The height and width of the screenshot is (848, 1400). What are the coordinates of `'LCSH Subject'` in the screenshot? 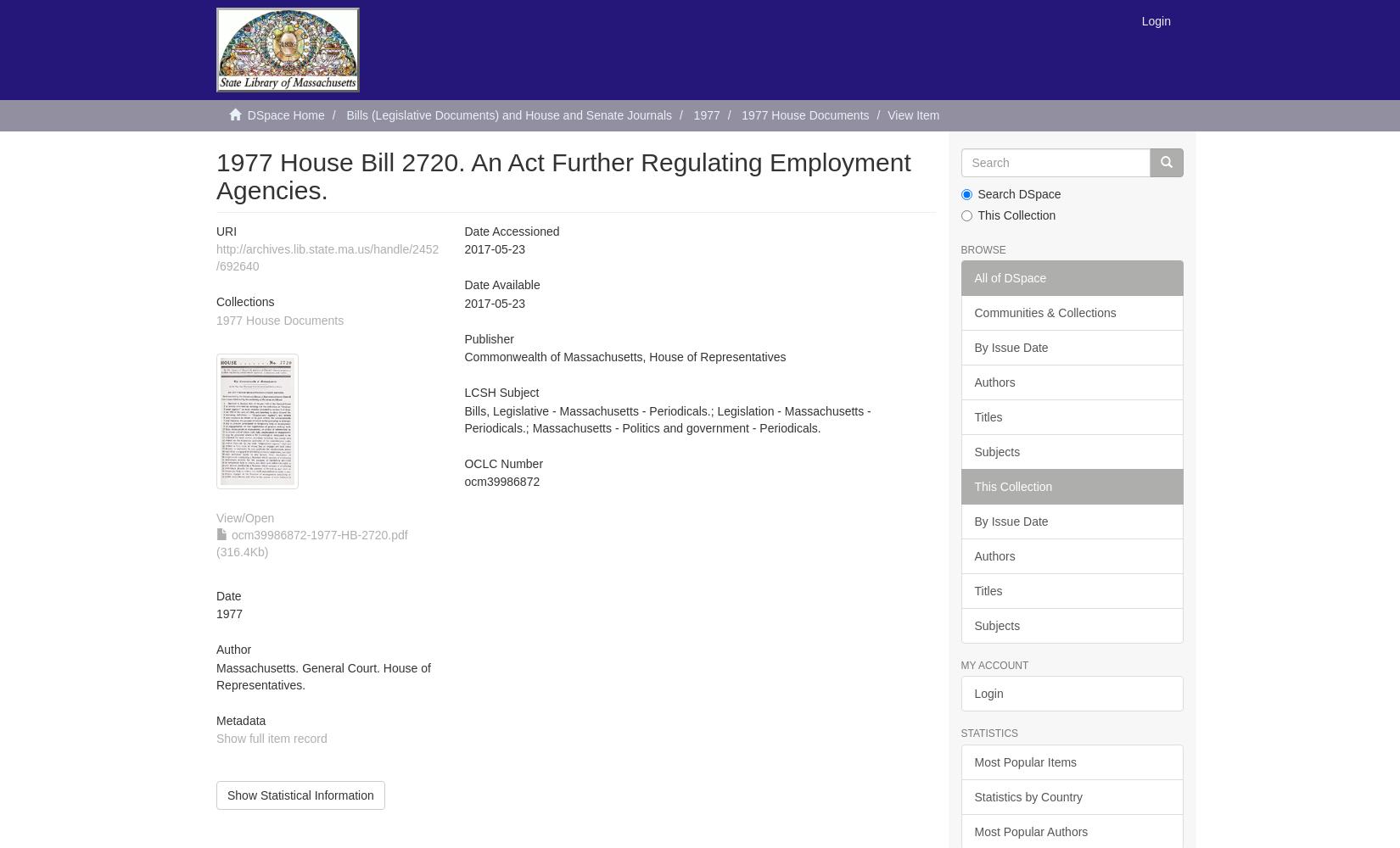 It's located at (501, 392).